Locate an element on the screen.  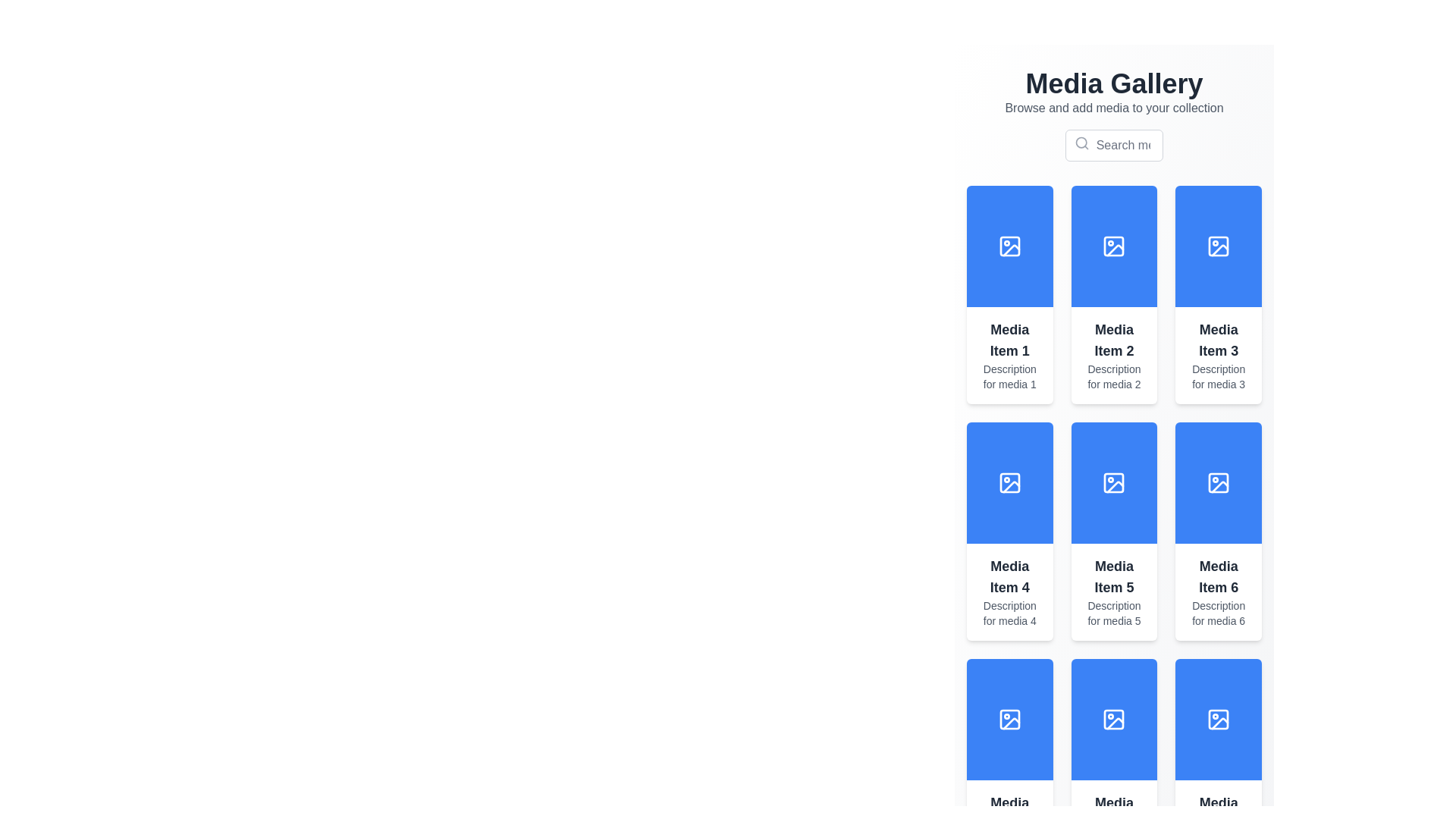
the details of the Information Card labeled 'Media Item 4', which is located in the second row and the first column of the grid layout, directly under 'Media Item 1' is located at coordinates (1009, 531).